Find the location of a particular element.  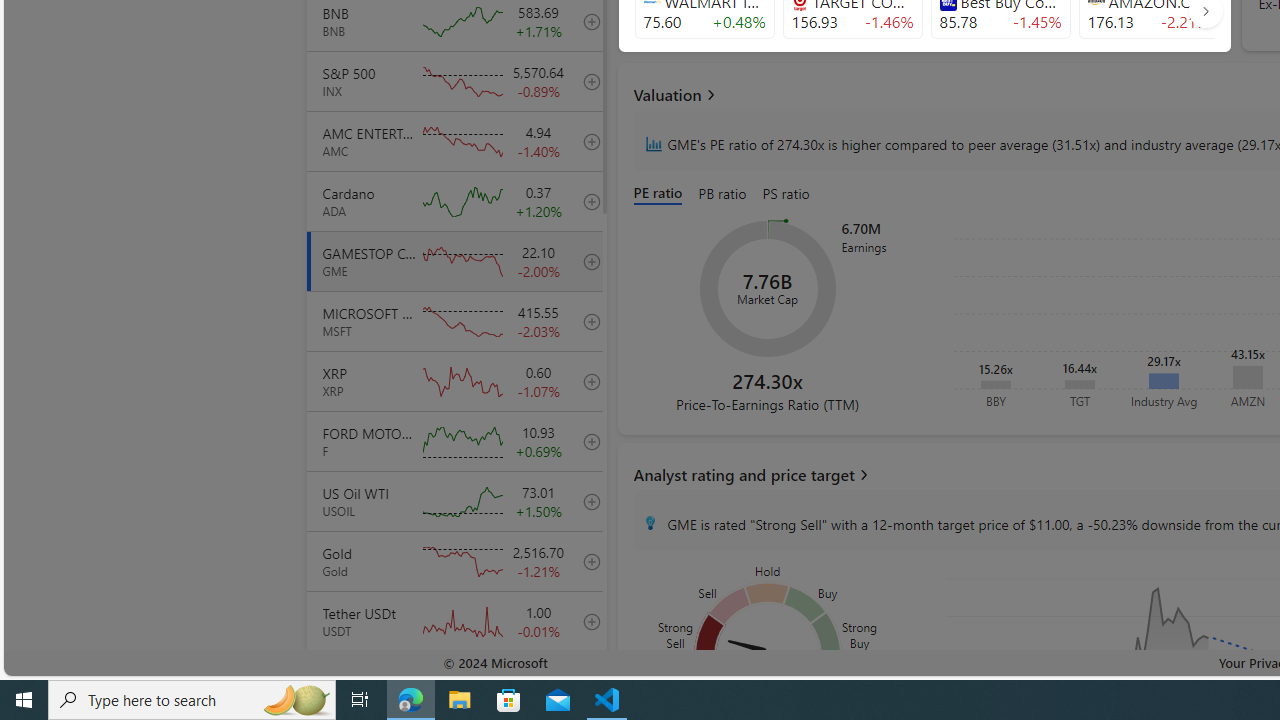

'PE ratio' is located at coordinates (662, 195).